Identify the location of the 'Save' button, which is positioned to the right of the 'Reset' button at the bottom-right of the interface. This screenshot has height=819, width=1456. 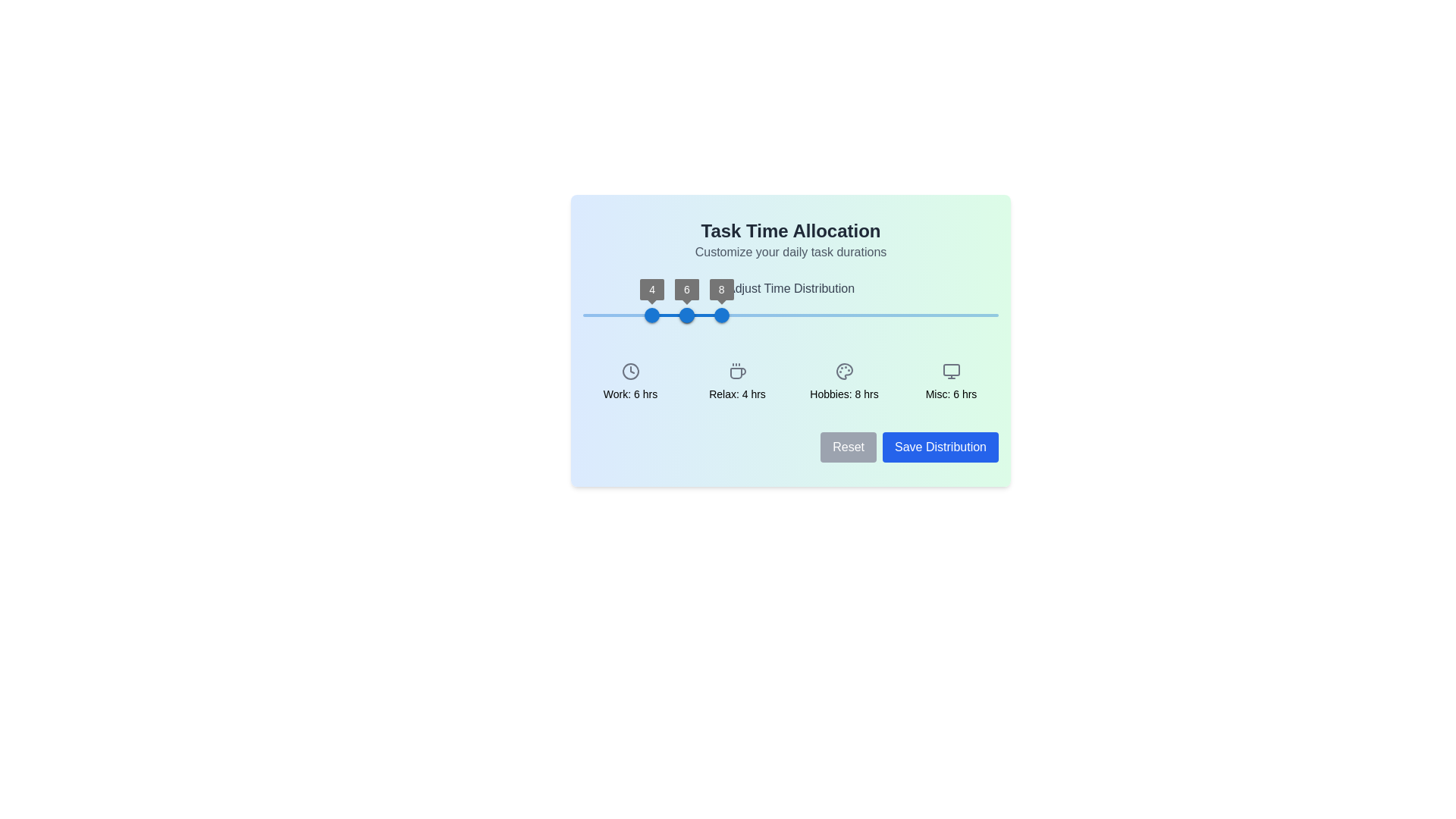
(940, 447).